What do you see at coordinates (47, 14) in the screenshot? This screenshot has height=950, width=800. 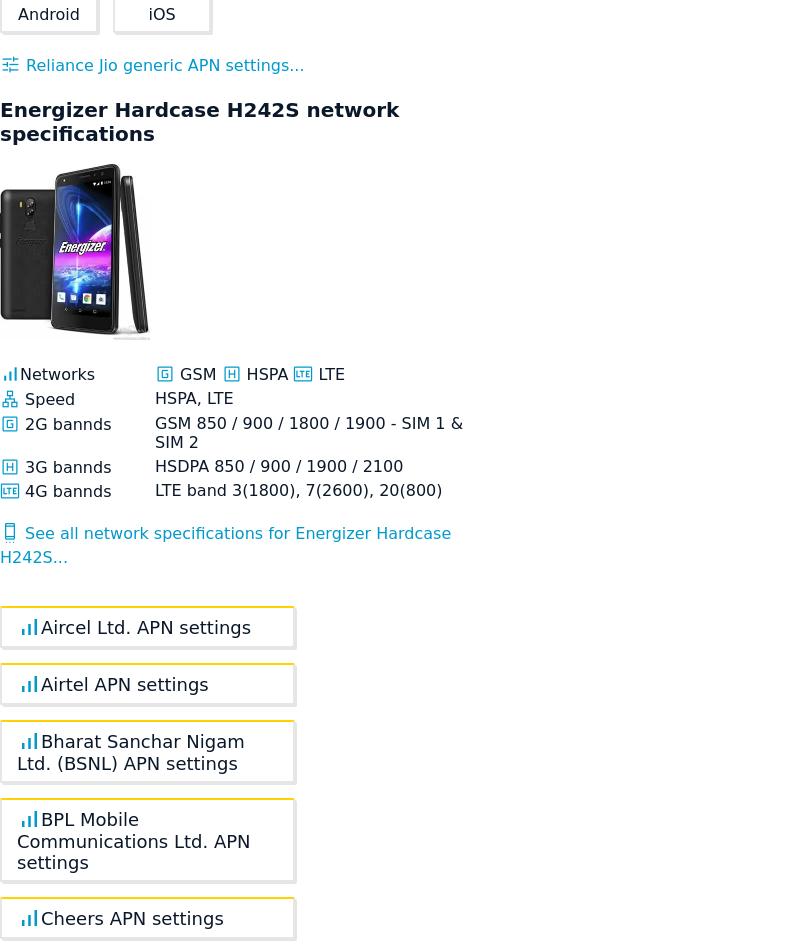 I see `'Android'` at bounding box center [47, 14].